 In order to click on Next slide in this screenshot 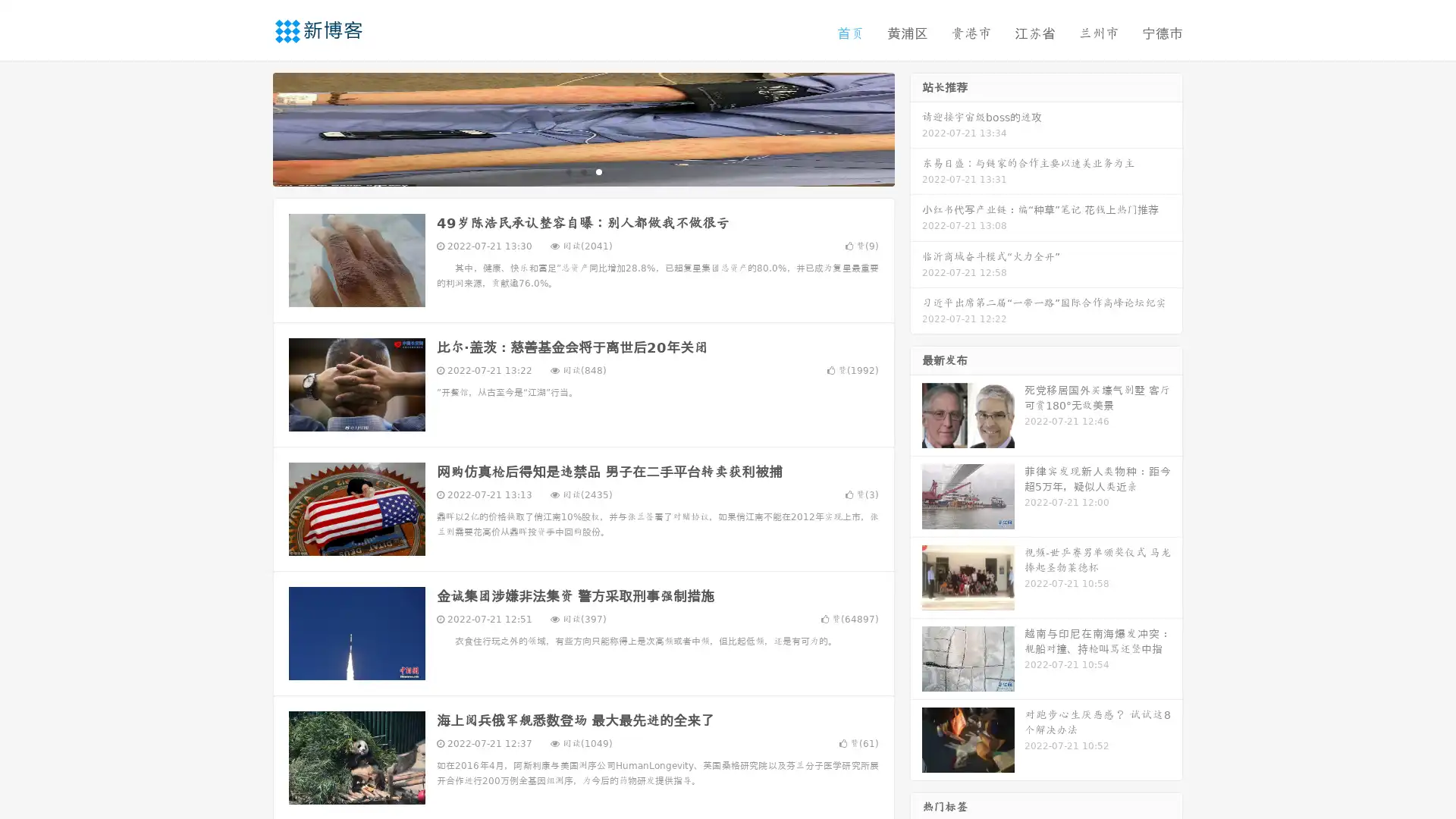, I will do `click(916, 127)`.